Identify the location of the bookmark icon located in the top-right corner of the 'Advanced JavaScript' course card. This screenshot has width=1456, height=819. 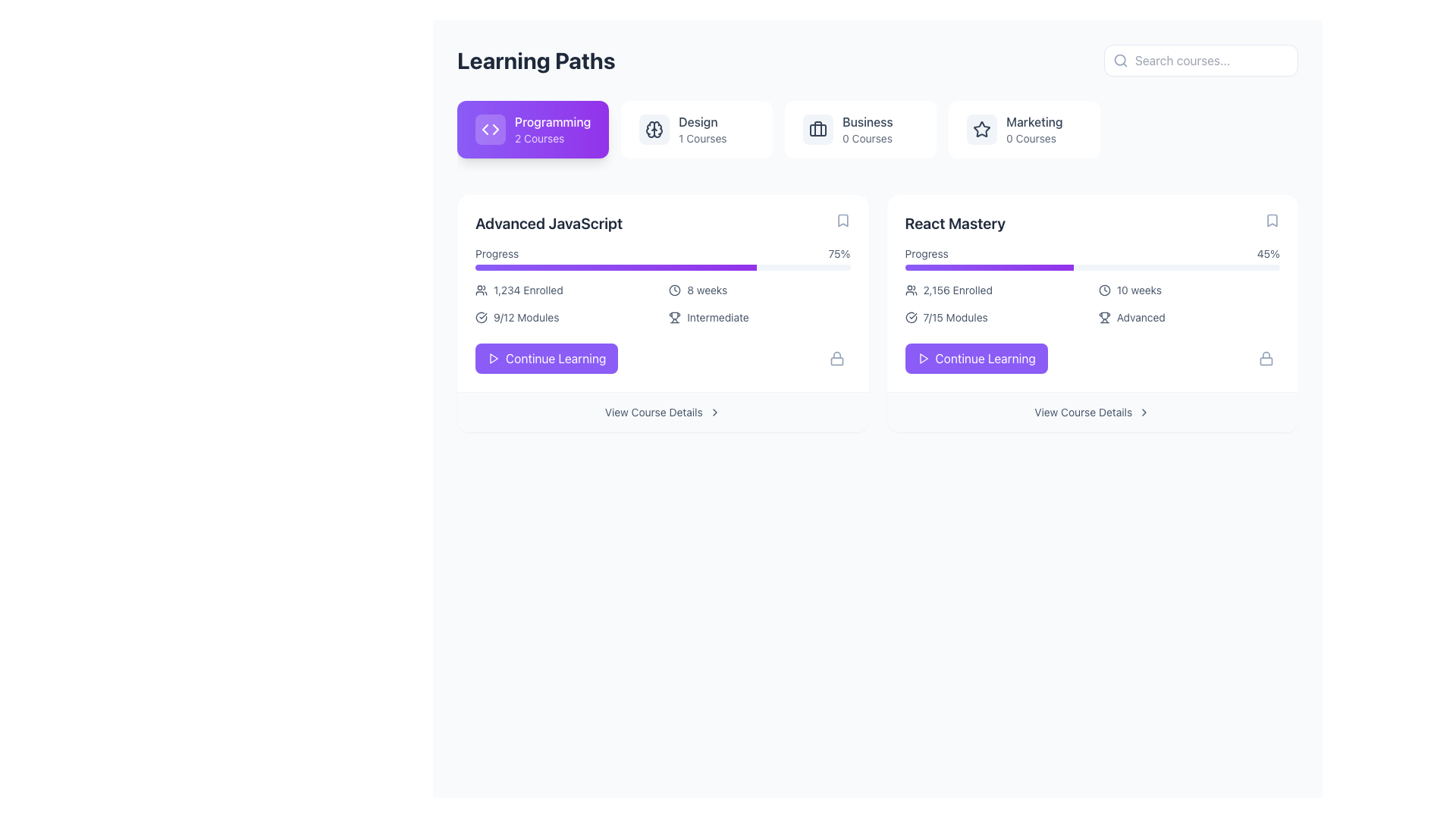
(842, 220).